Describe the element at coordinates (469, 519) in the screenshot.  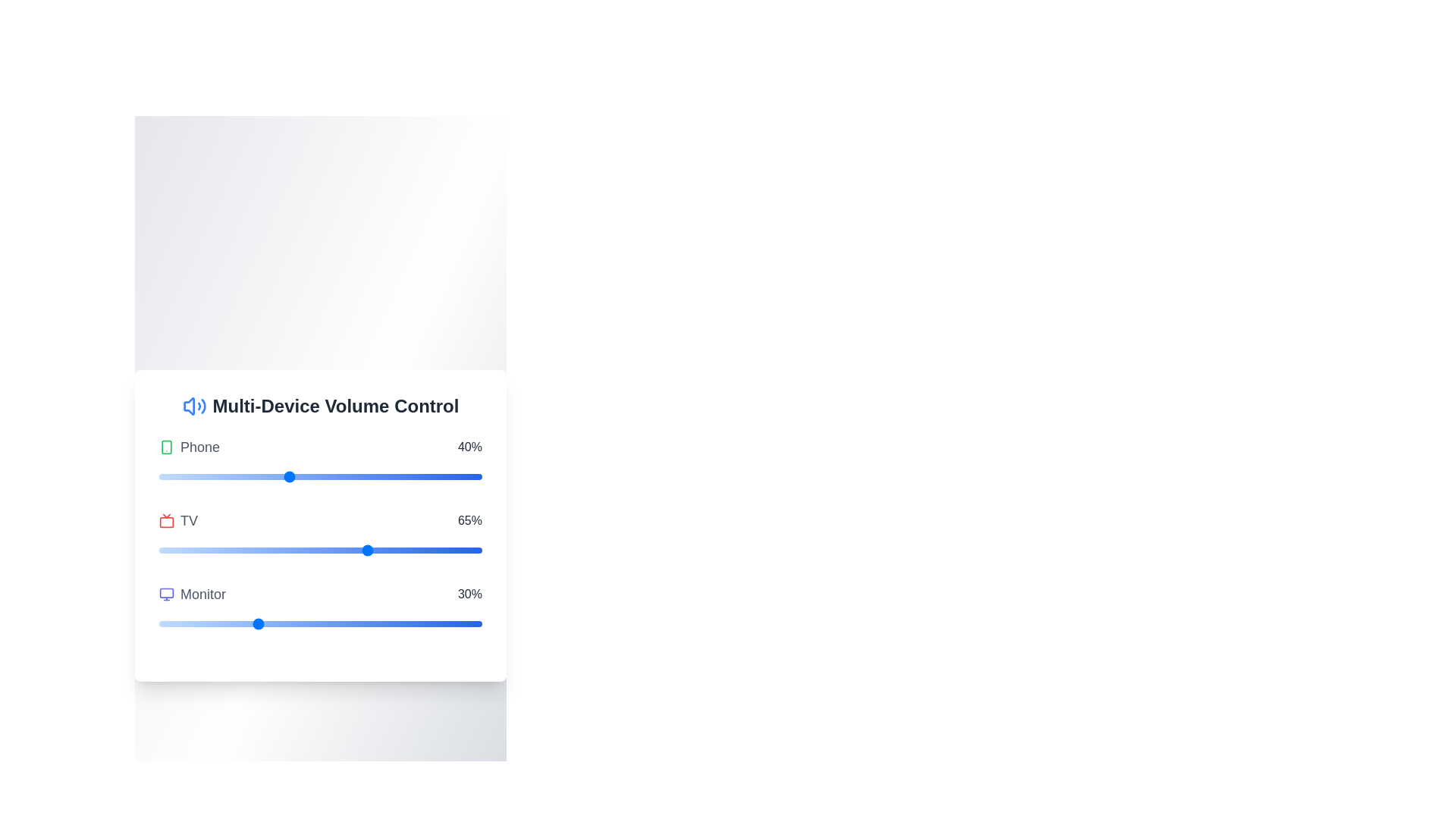
I see `the text label displaying '65%' in bold gray font, located adjacent to the red TV icon and above the horizontal slider in the 'TV' section` at that location.